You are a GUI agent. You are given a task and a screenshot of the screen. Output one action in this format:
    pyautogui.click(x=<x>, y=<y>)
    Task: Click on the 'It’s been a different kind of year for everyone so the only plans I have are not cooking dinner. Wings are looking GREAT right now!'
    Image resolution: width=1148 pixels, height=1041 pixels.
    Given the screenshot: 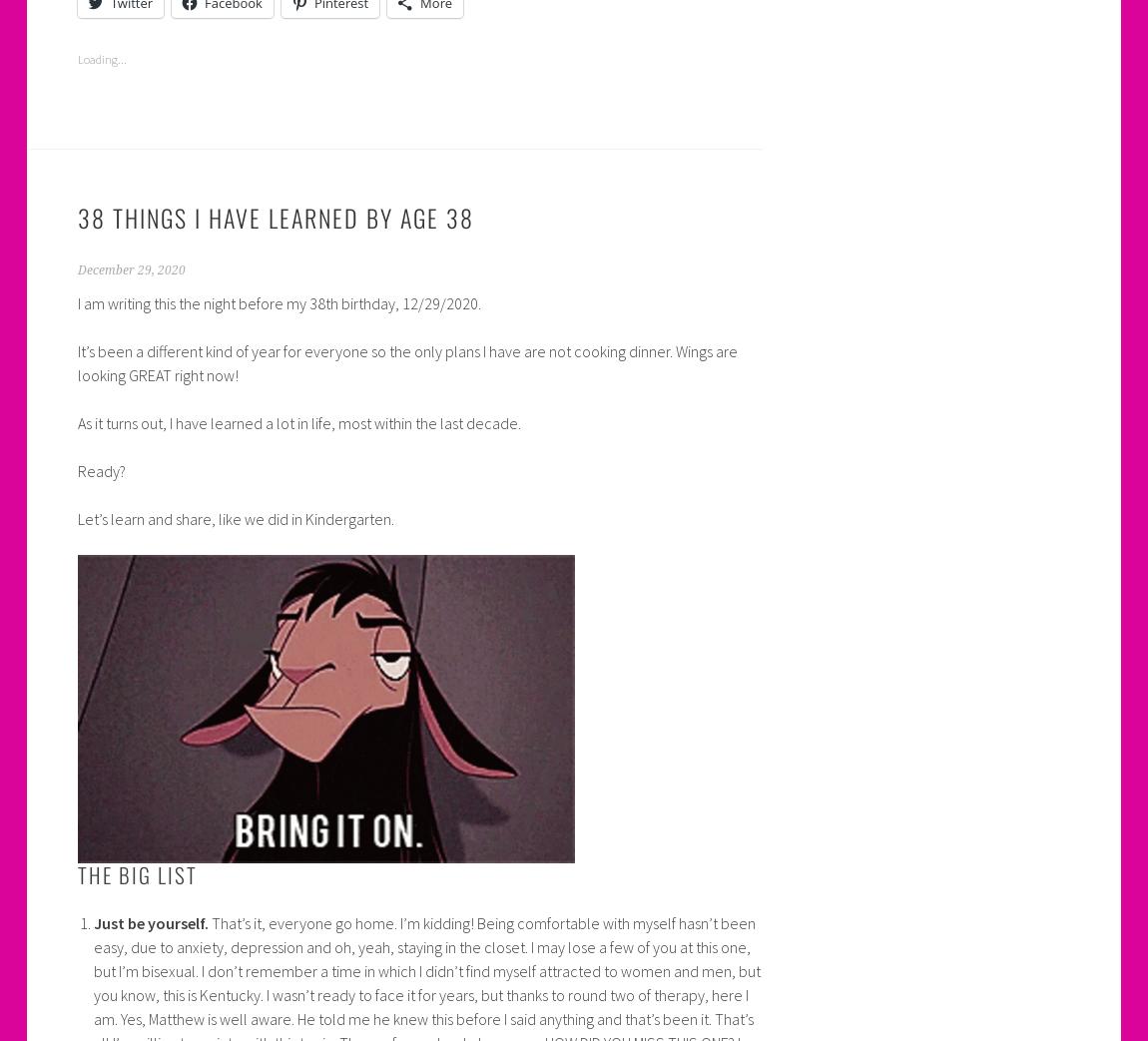 What is the action you would take?
    pyautogui.click(x=406, y=362)
    